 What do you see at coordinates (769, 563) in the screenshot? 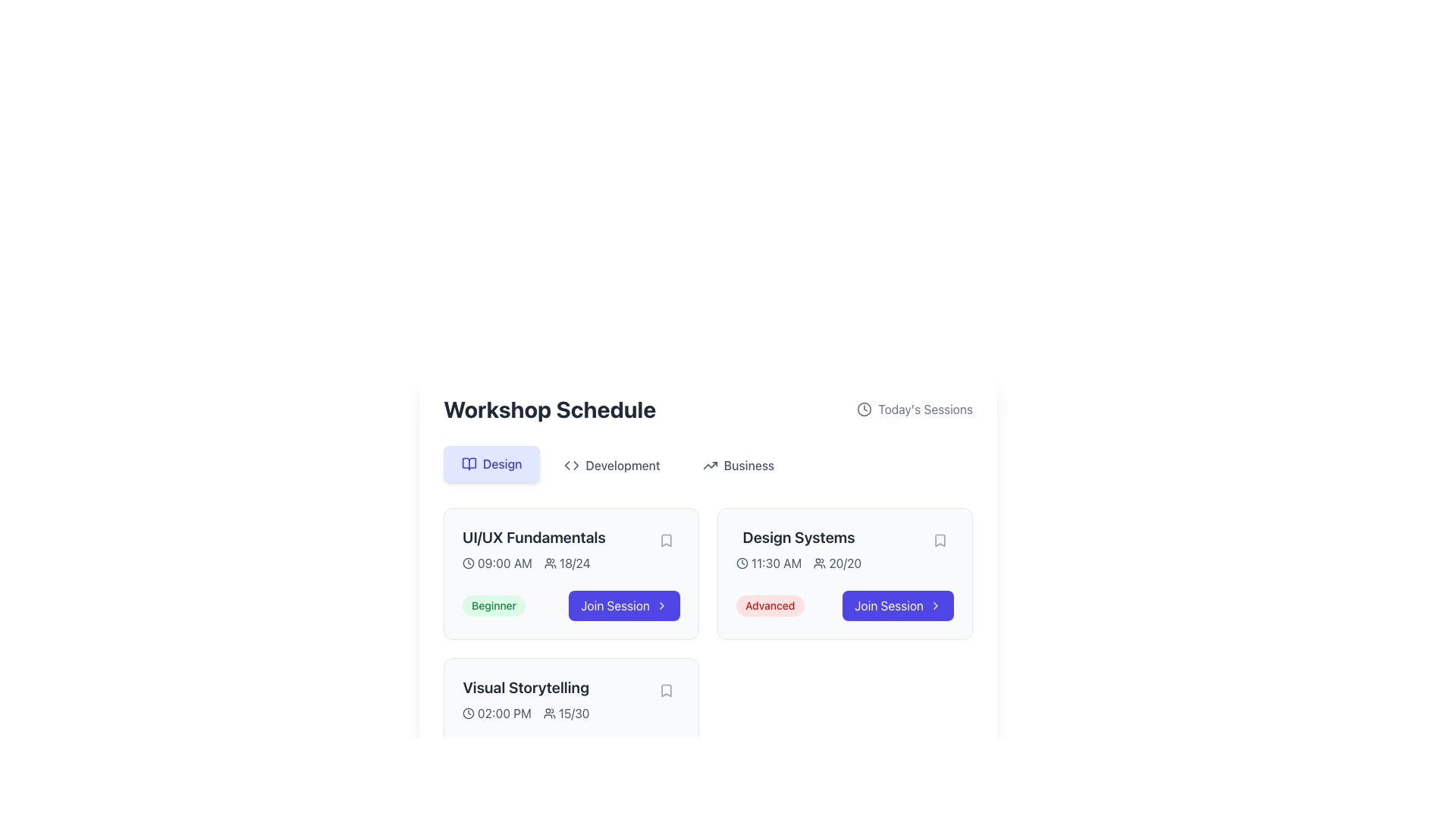
I see `the time information '11:30 AM' displayed next` at bounding box center [769, 563].